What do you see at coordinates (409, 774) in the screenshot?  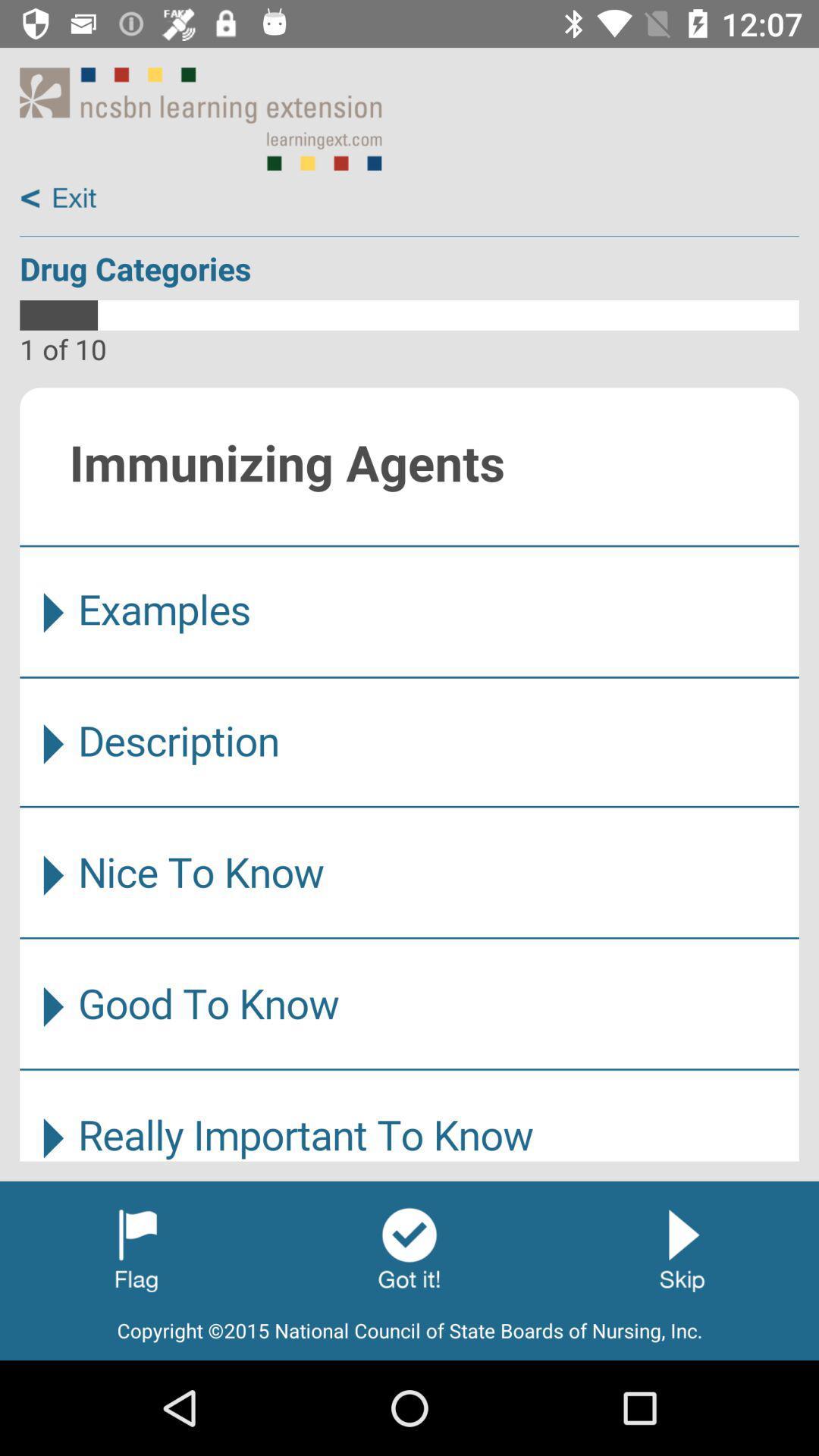 I see `content area` at bounding box center [409, 774].